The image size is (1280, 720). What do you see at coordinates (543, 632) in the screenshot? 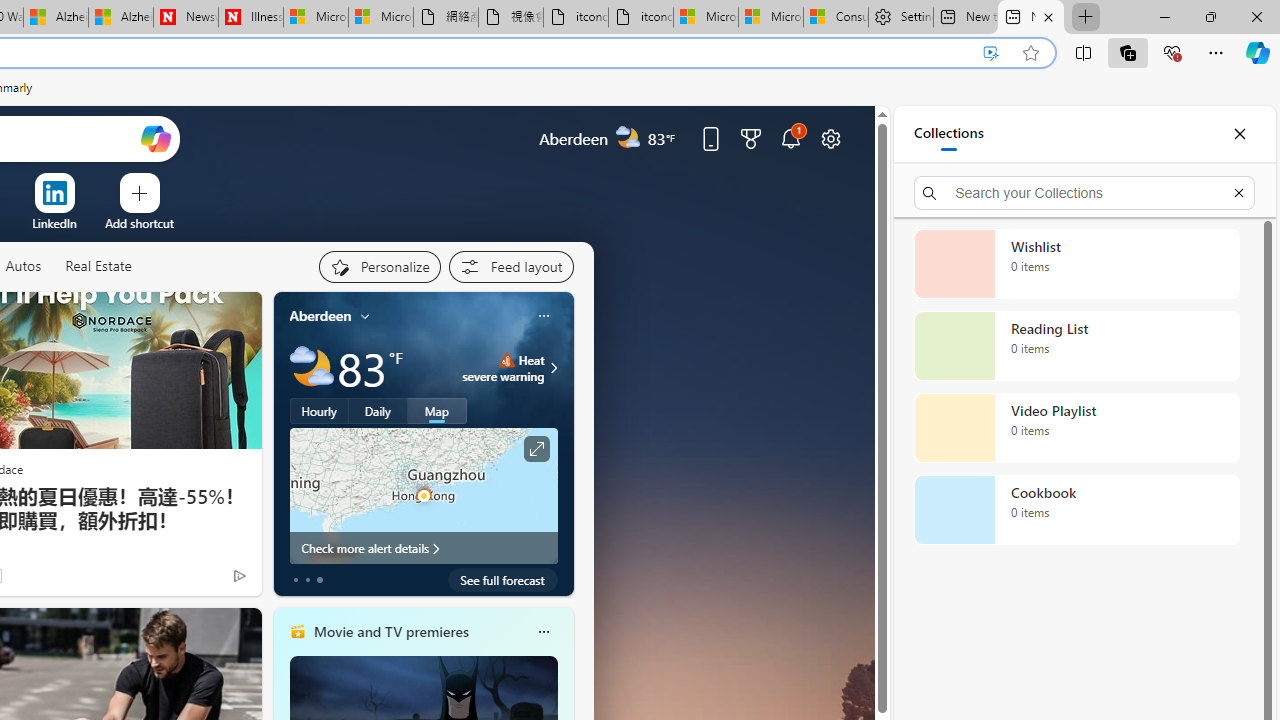
I see `'Class: icon-img'` at bounding box center [543, 632].